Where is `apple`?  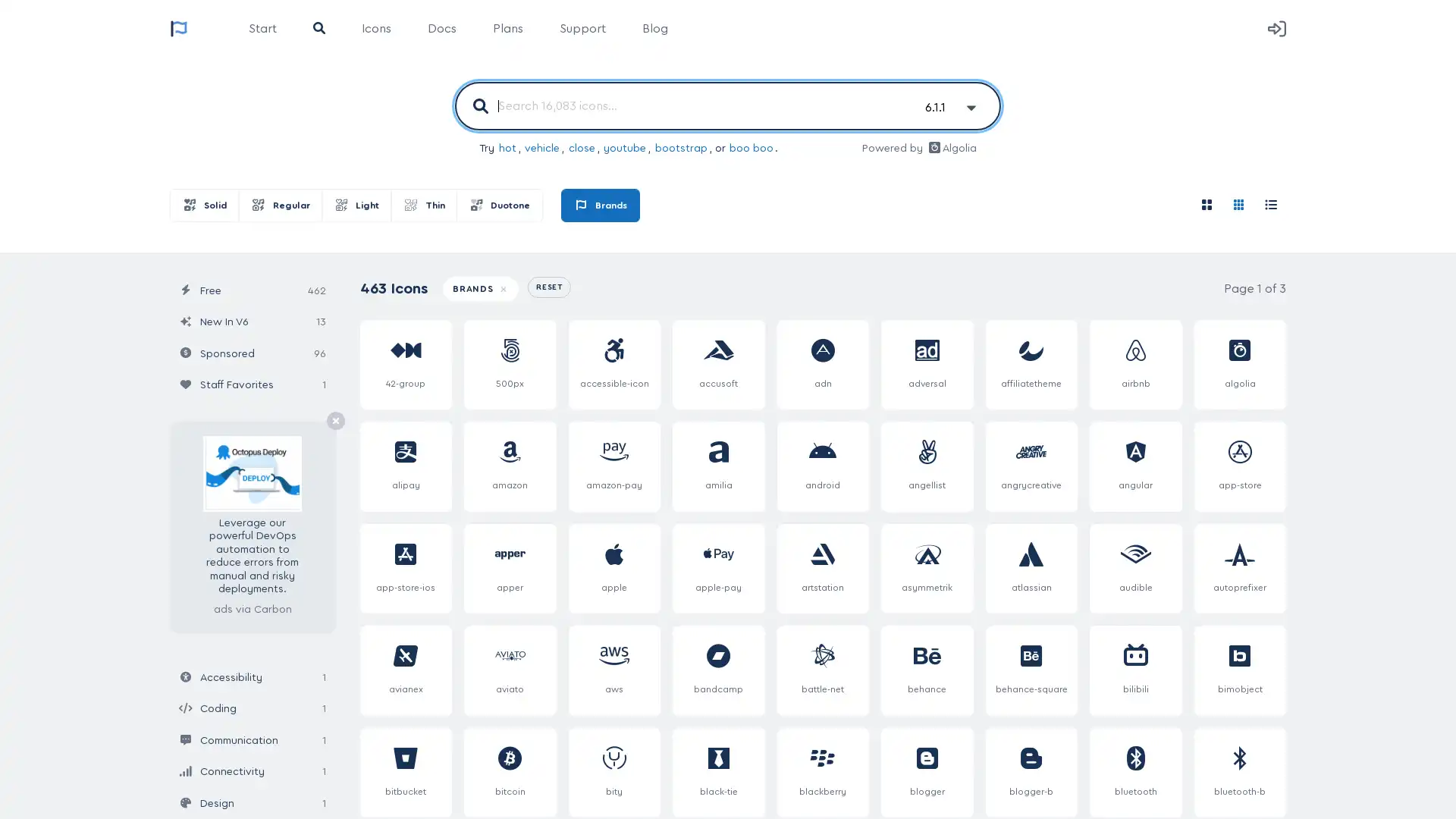 apple is located at coordinates (614, 579).